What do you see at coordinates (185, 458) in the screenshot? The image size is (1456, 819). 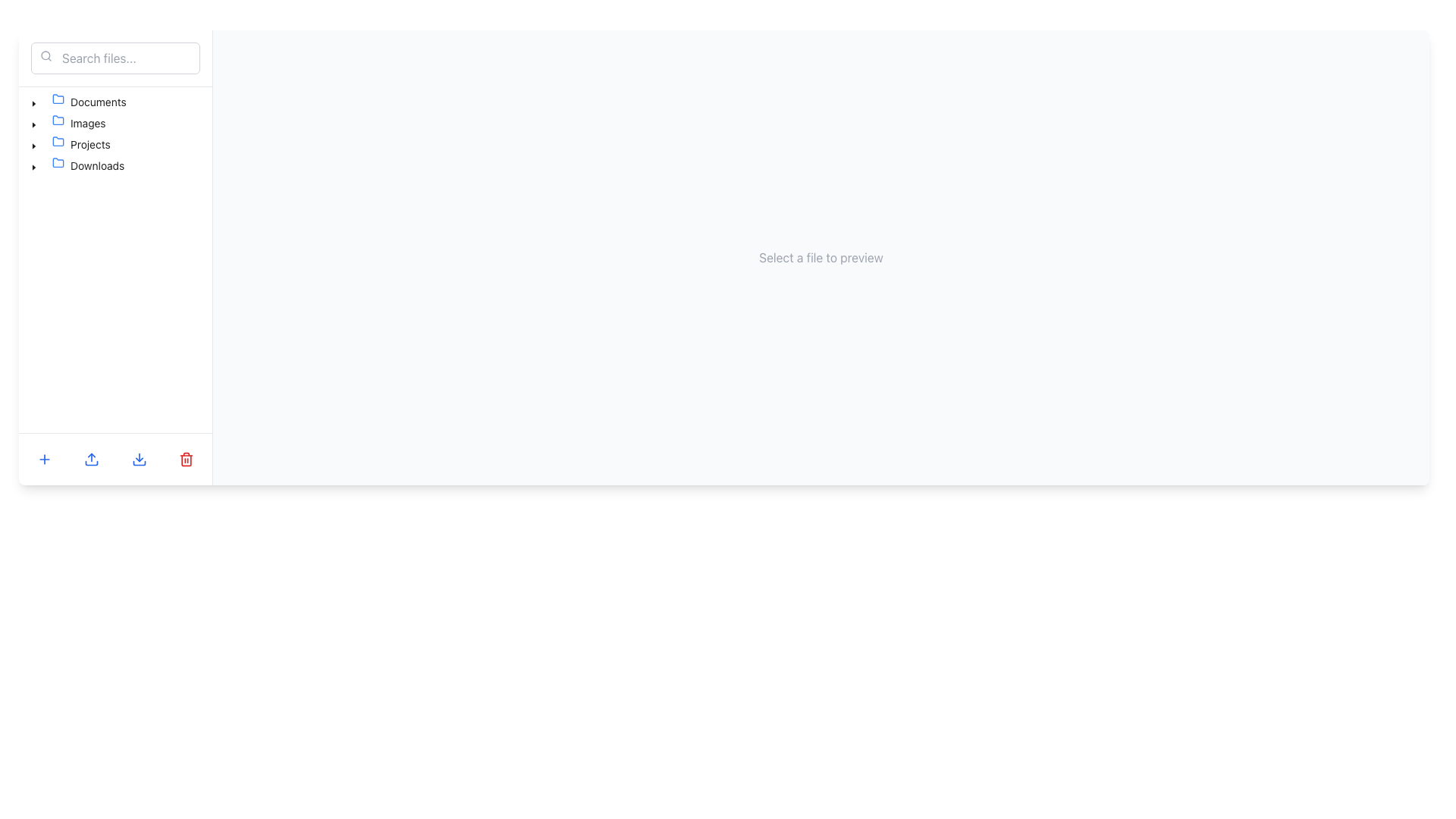 I see `the delete button located at the bottom right corner of the button row` at bounding box center [185, 458].